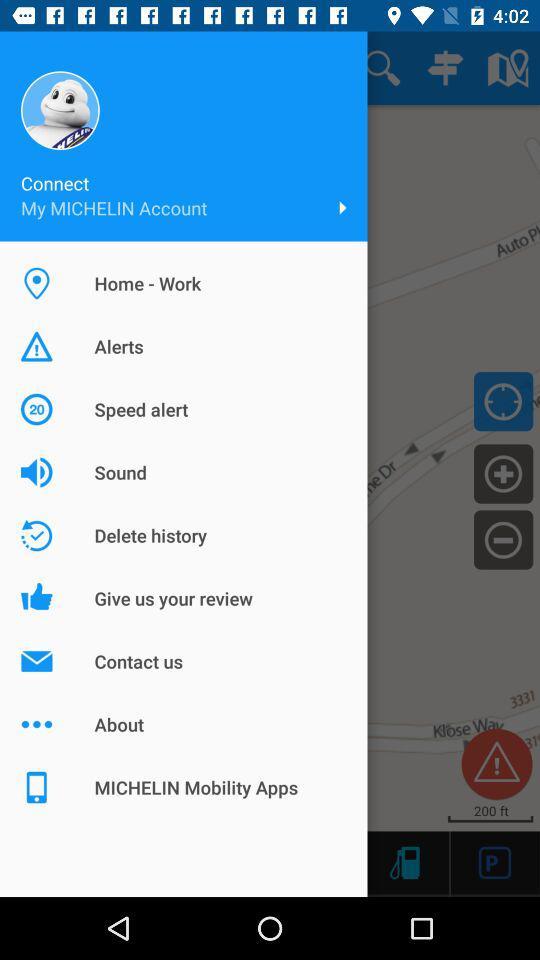 The height and width of the screenshot is (960, 540). Describe the element at coordinates (502, 473) in the screenshot. I see `the add icon` at that location.